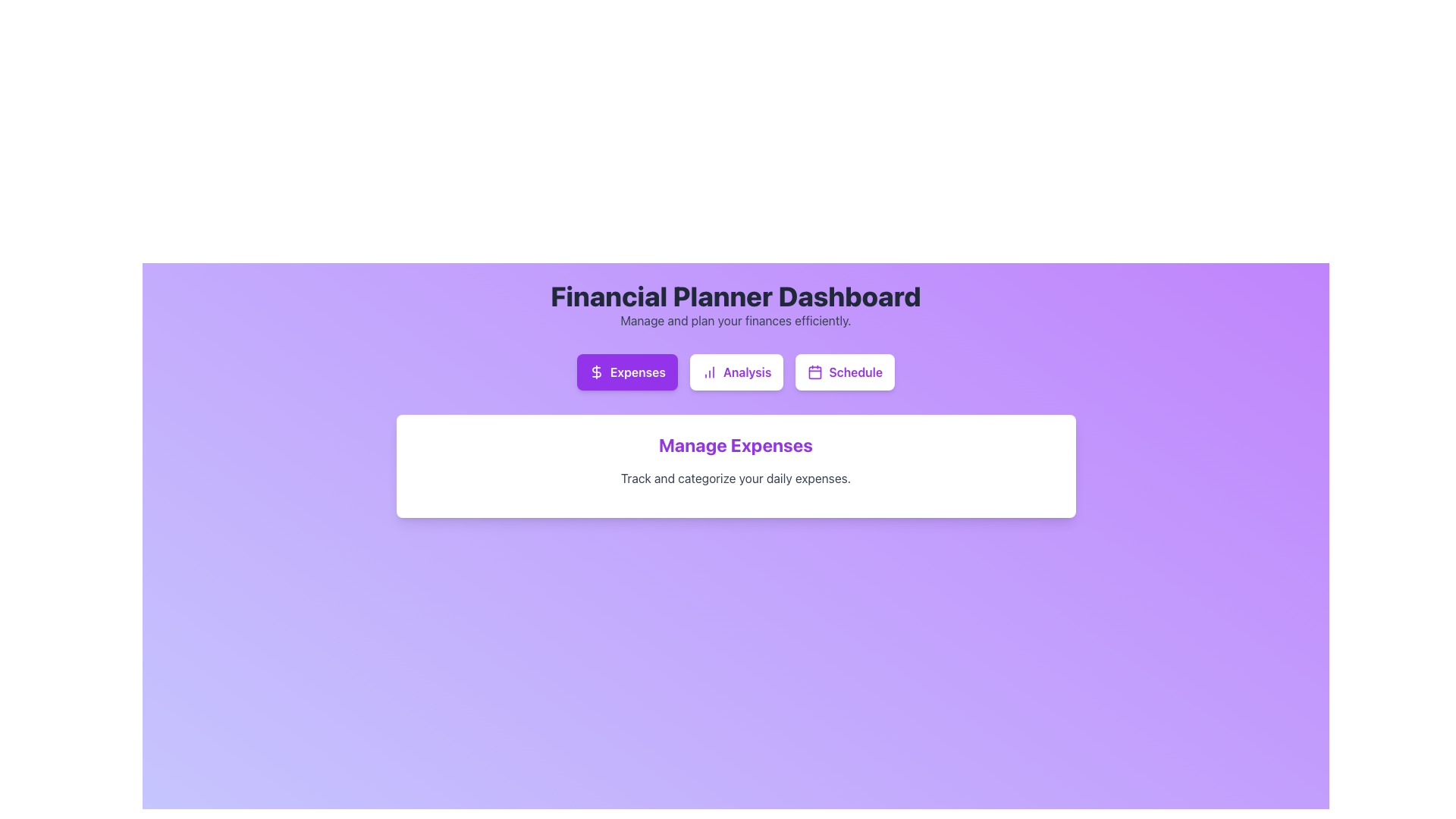 Image resolution: width=1456 pixels, height=819 pixels. What do you see at coordinates (736, 296) in the screenshot?
I see `prominently displayed title text 'Financial Planner Dashboard' which is a large, bold text at the top center of the page` at bounding box center [736, 296].